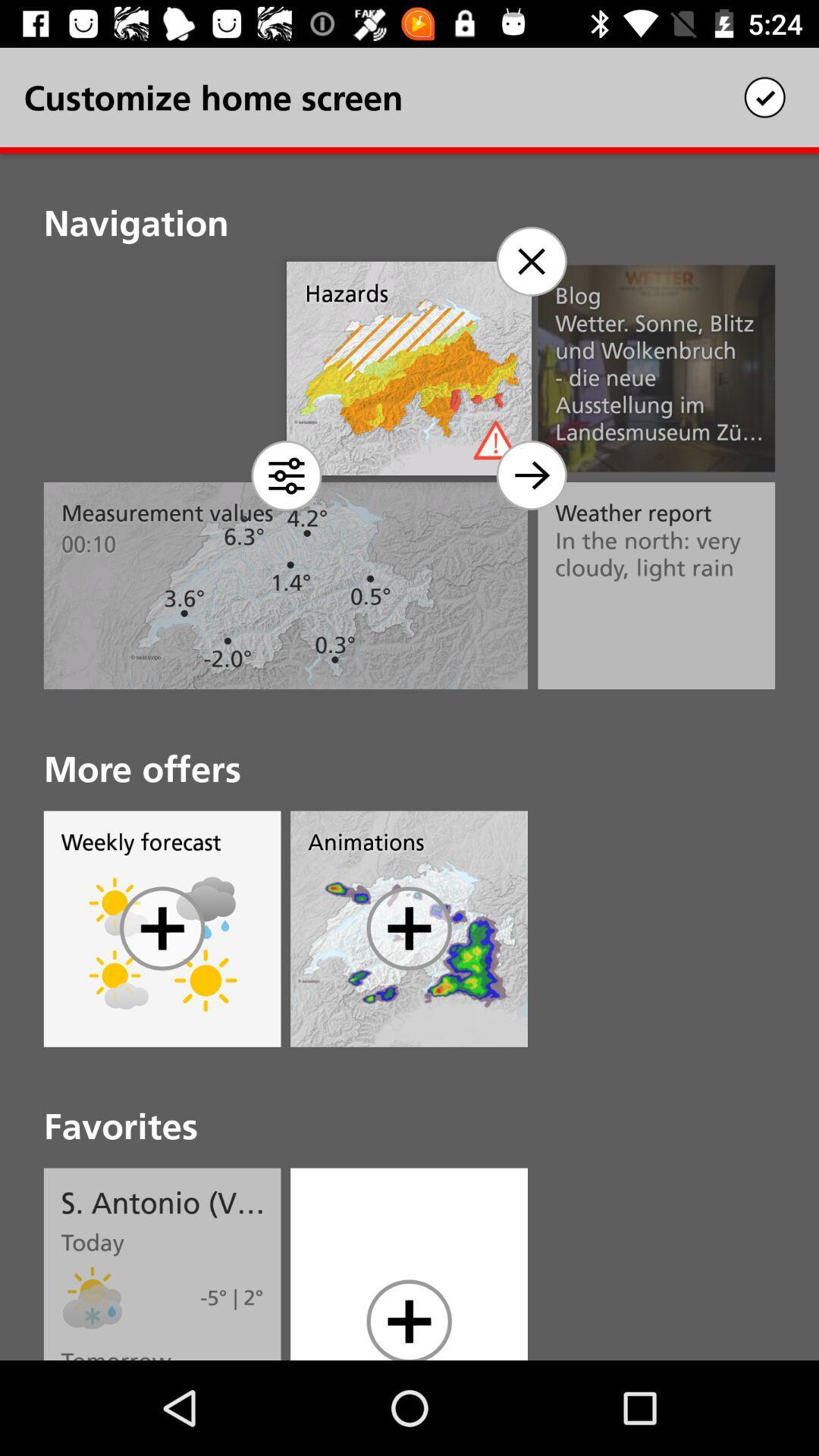 The image size is (819, 1456). Describe the element at coordinates (530, 475) in the screenshot. I see `the arrow_forward icon` at that location.